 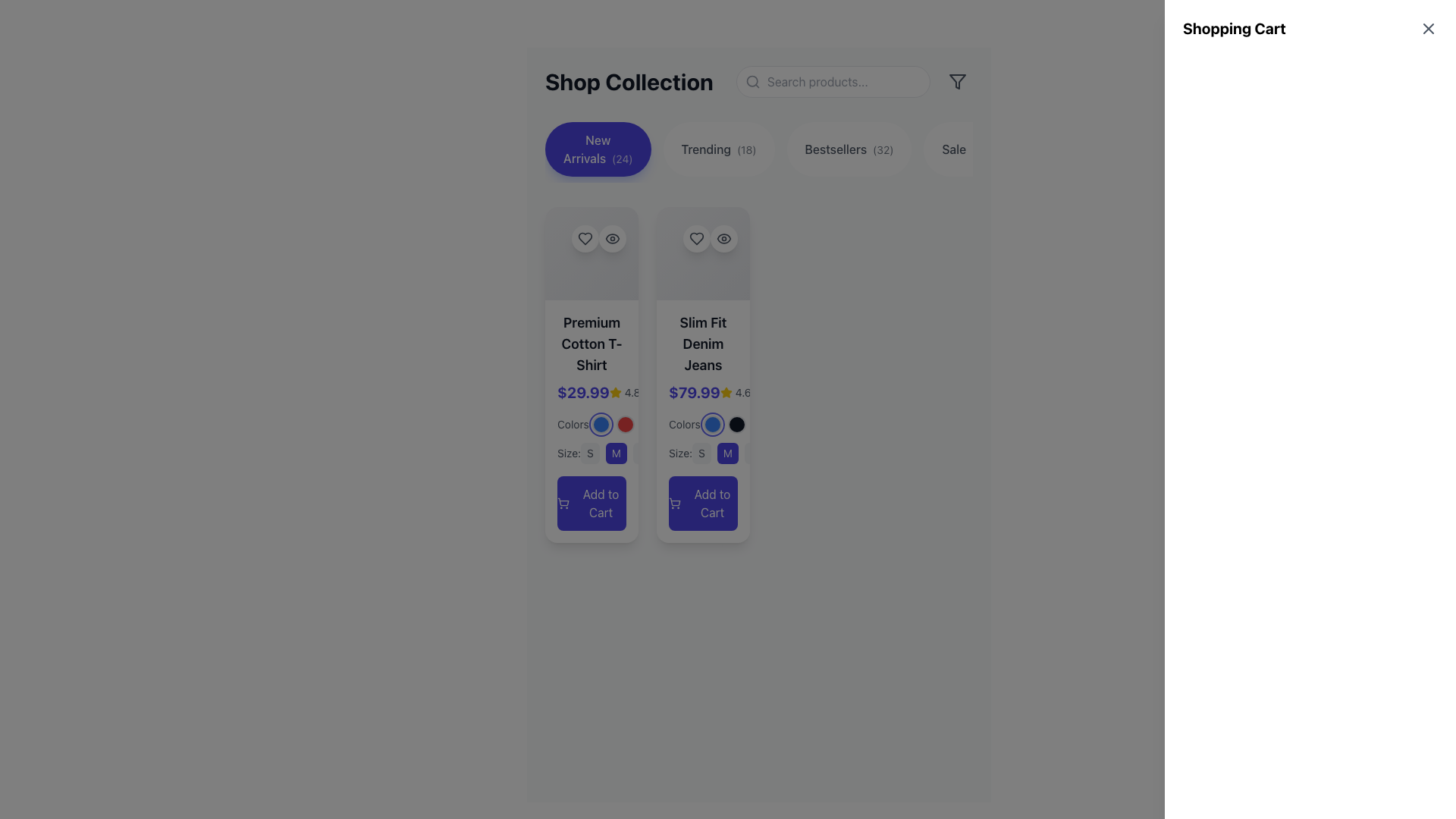 What do you see at coordinates (702, 503) in the screenshot?
I see `the rectangular blue 'Add to Cart' button with white text and a shopping cart icon, located beneath the size selection options for 'Slim Fit Denim Jeans' in the second column, to observe the color change effect` at bounding box center [702, 503].